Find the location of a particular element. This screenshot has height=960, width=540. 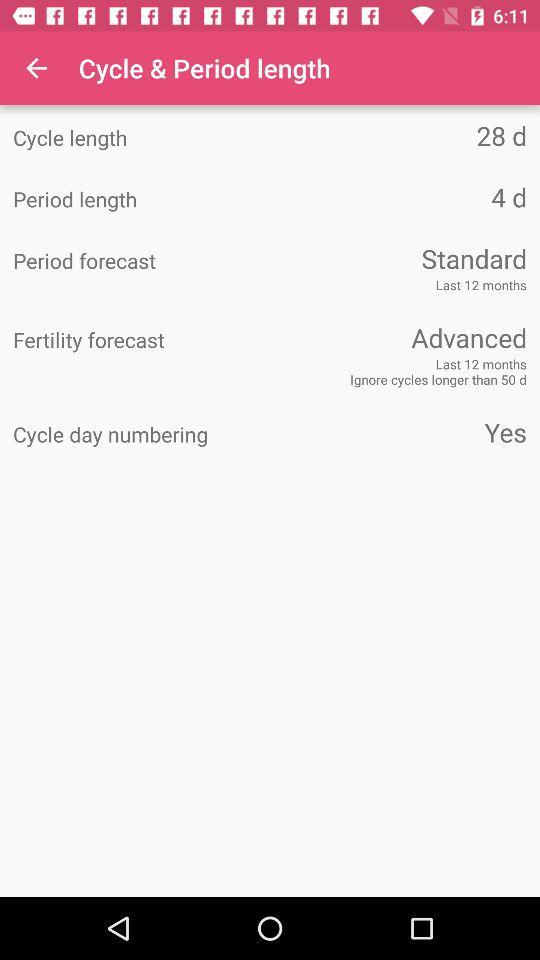

the icon next to the standard is located at coordinates (140, 260).